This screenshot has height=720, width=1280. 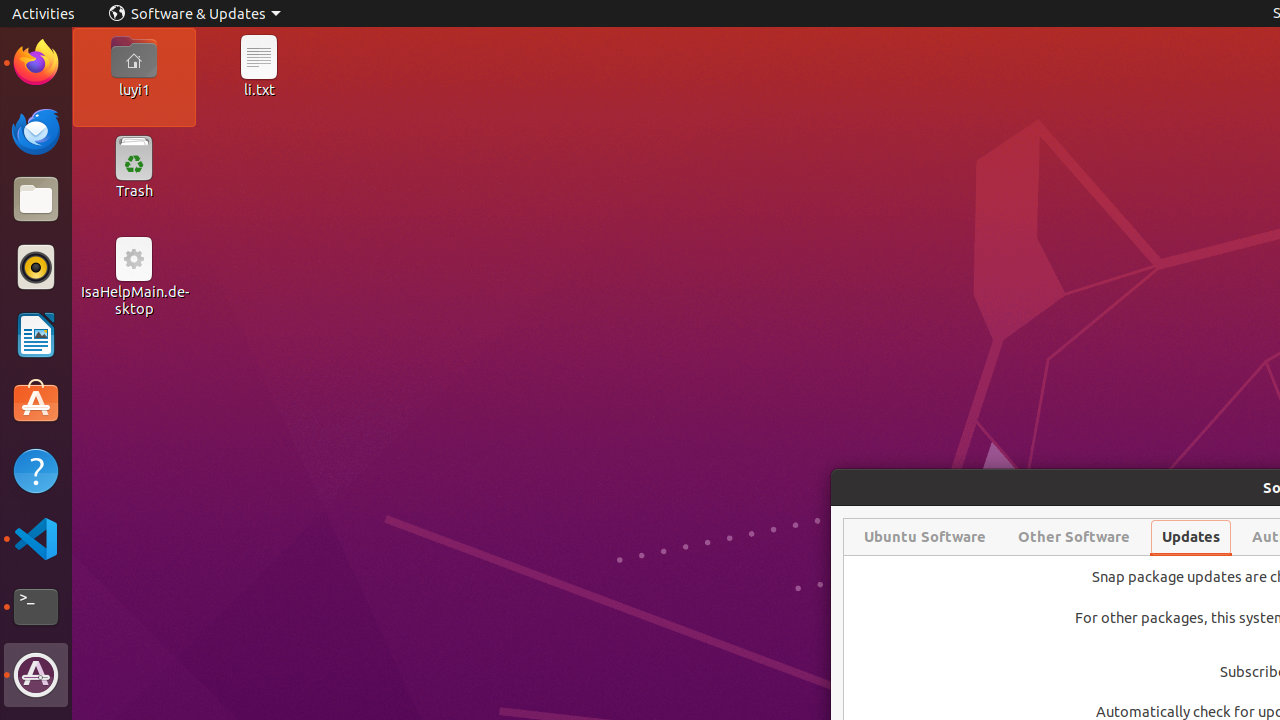 What do you see at coordinates (132, 88) in the screenshot?
I see `'luyi1'` at bounding box center [132, 88].